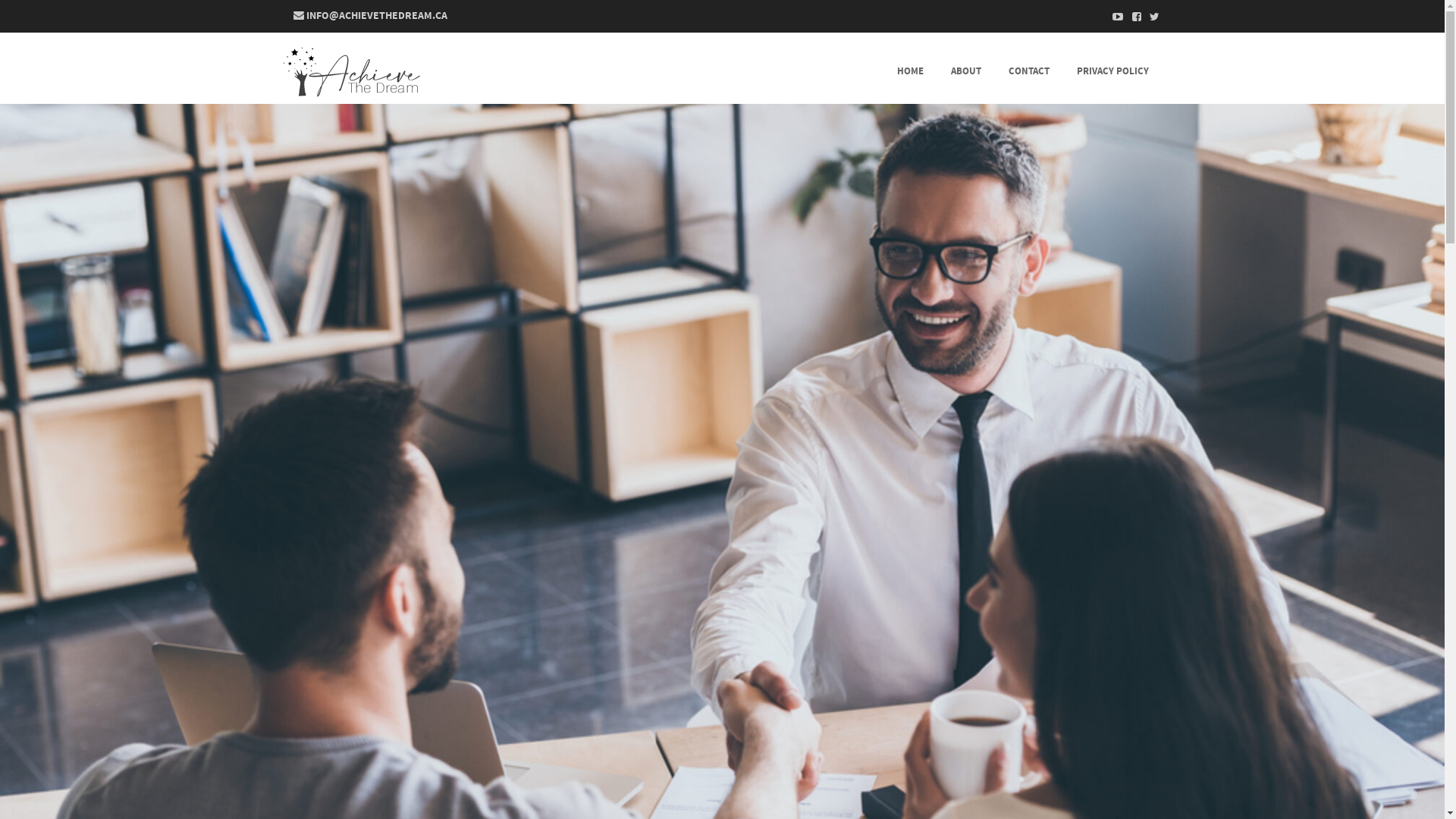 This screenshot has width=1456, height=819. I want to click on 'Youtube', so click(1103, 17).